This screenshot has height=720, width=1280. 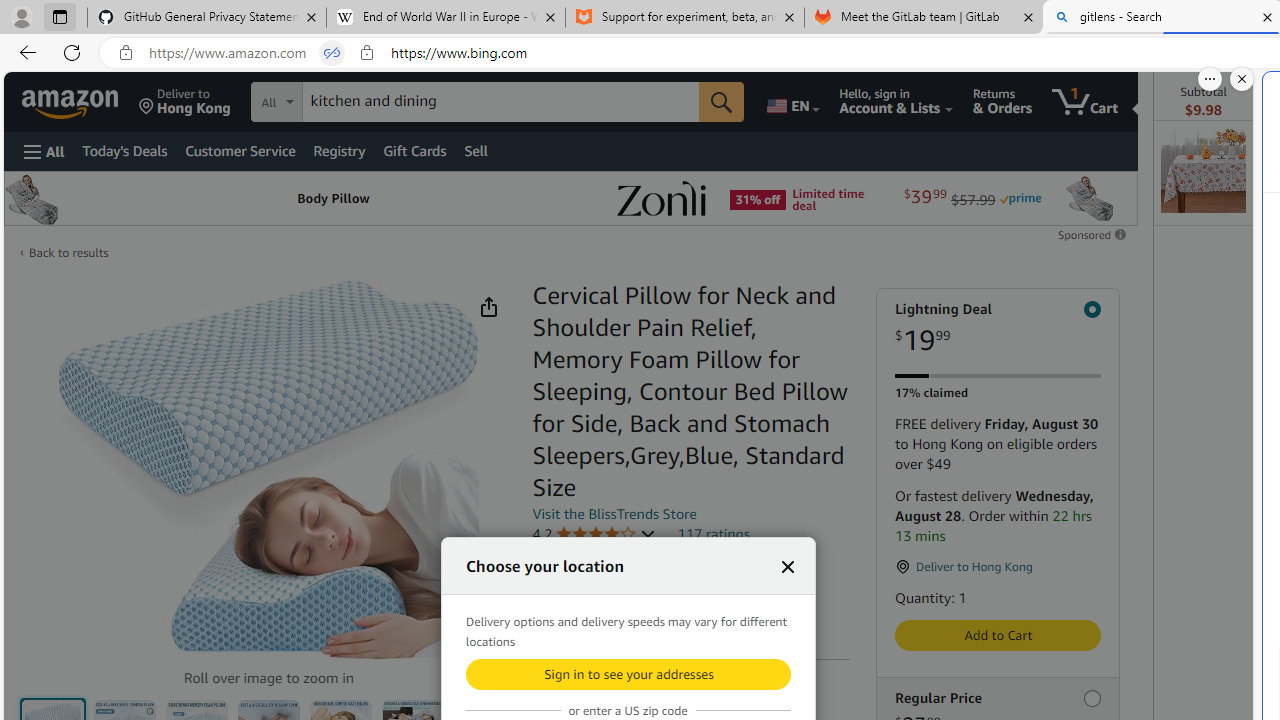 What do you see at coordinates (444, 17) in the screenshot?
I see `'End of World War II in Europe - Wikipedia'` at bounding box center [444, 17].